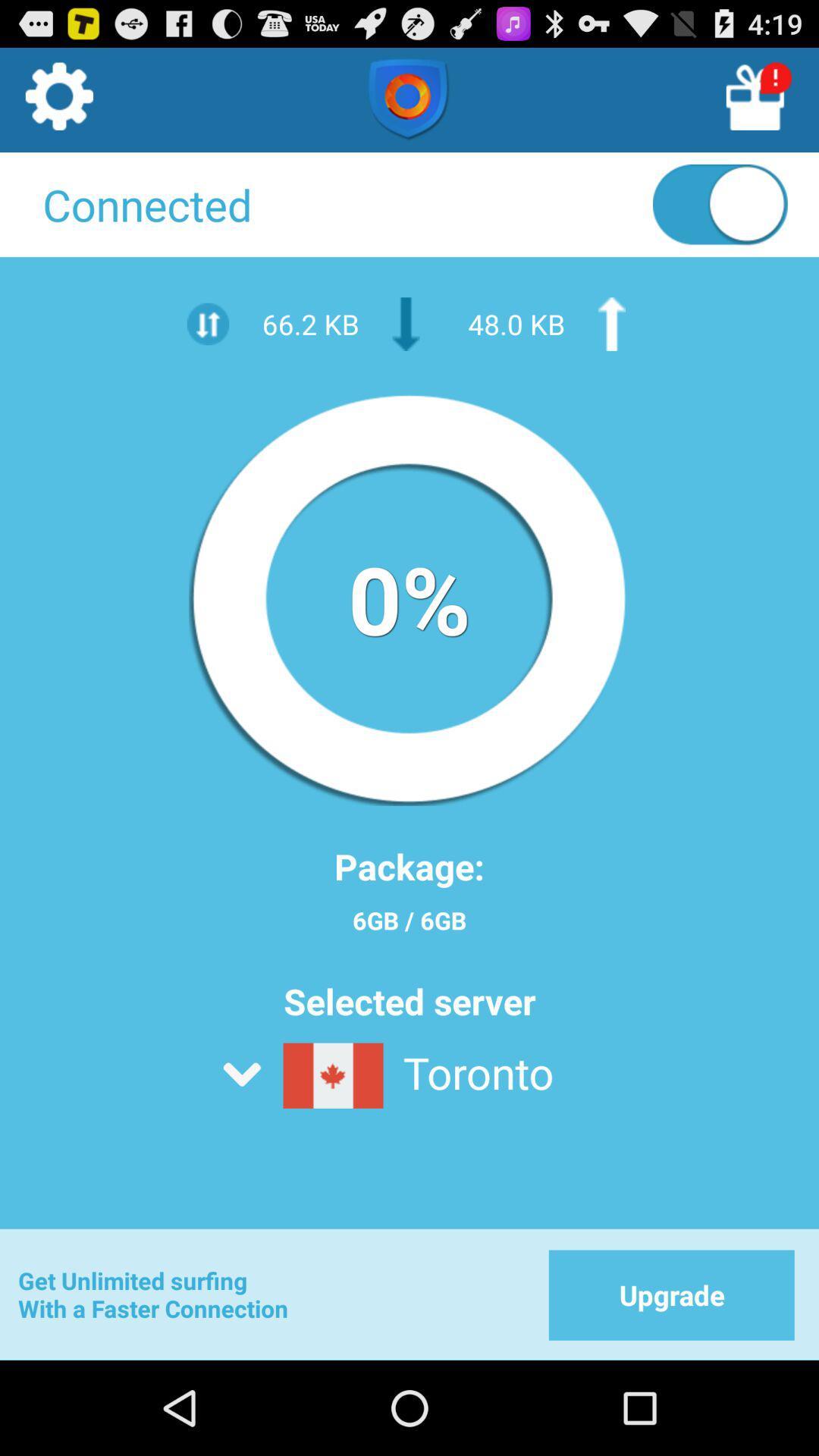 The height and width of the screenshot is (1456, 819). I want to click on open the server list, so click(446, 1115).